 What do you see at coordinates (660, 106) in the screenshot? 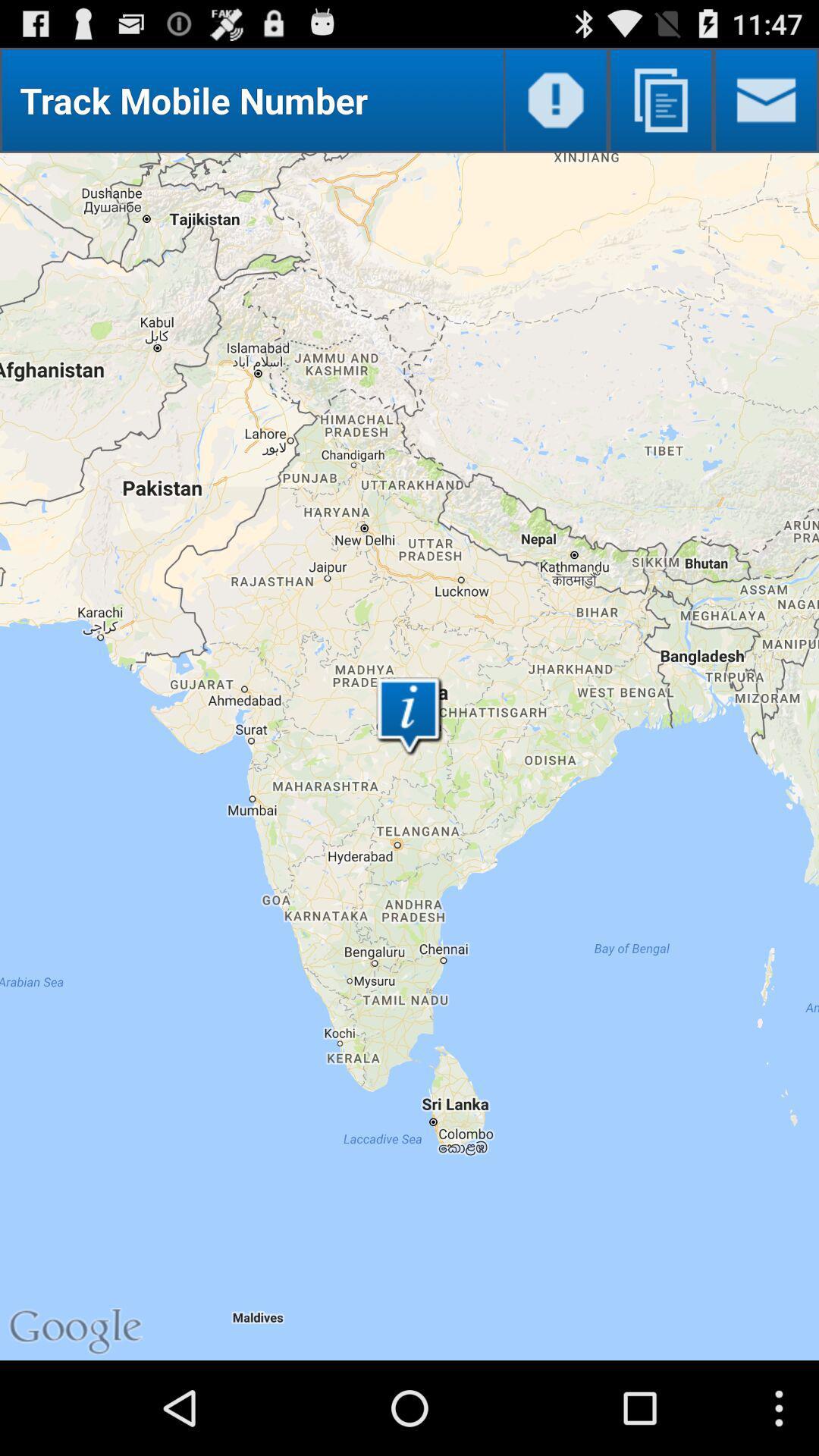
I see `the copy icon` at bounding box center [660, 106].